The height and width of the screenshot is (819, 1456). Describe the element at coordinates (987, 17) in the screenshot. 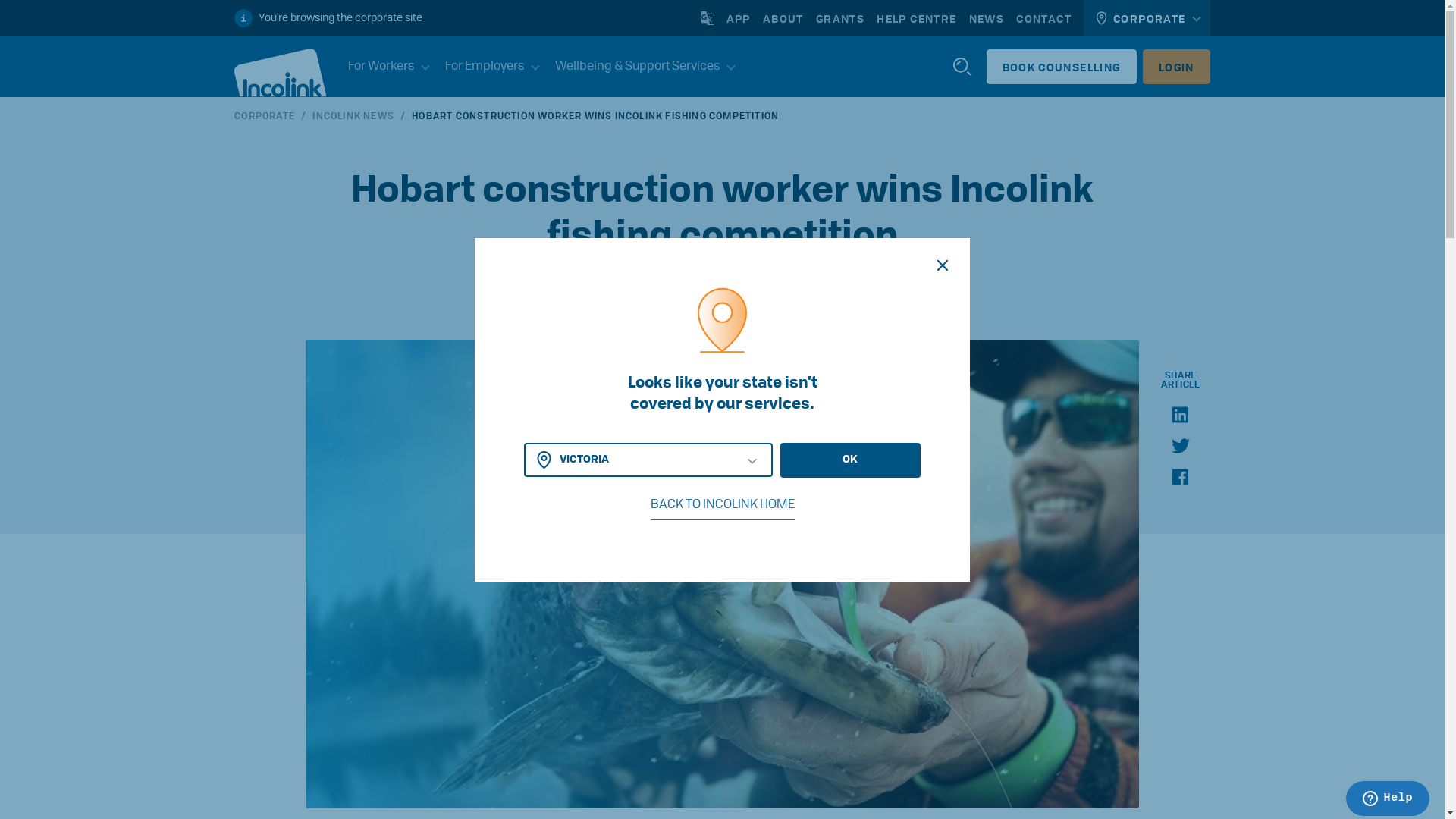

I see `'NEWS'` at that location.